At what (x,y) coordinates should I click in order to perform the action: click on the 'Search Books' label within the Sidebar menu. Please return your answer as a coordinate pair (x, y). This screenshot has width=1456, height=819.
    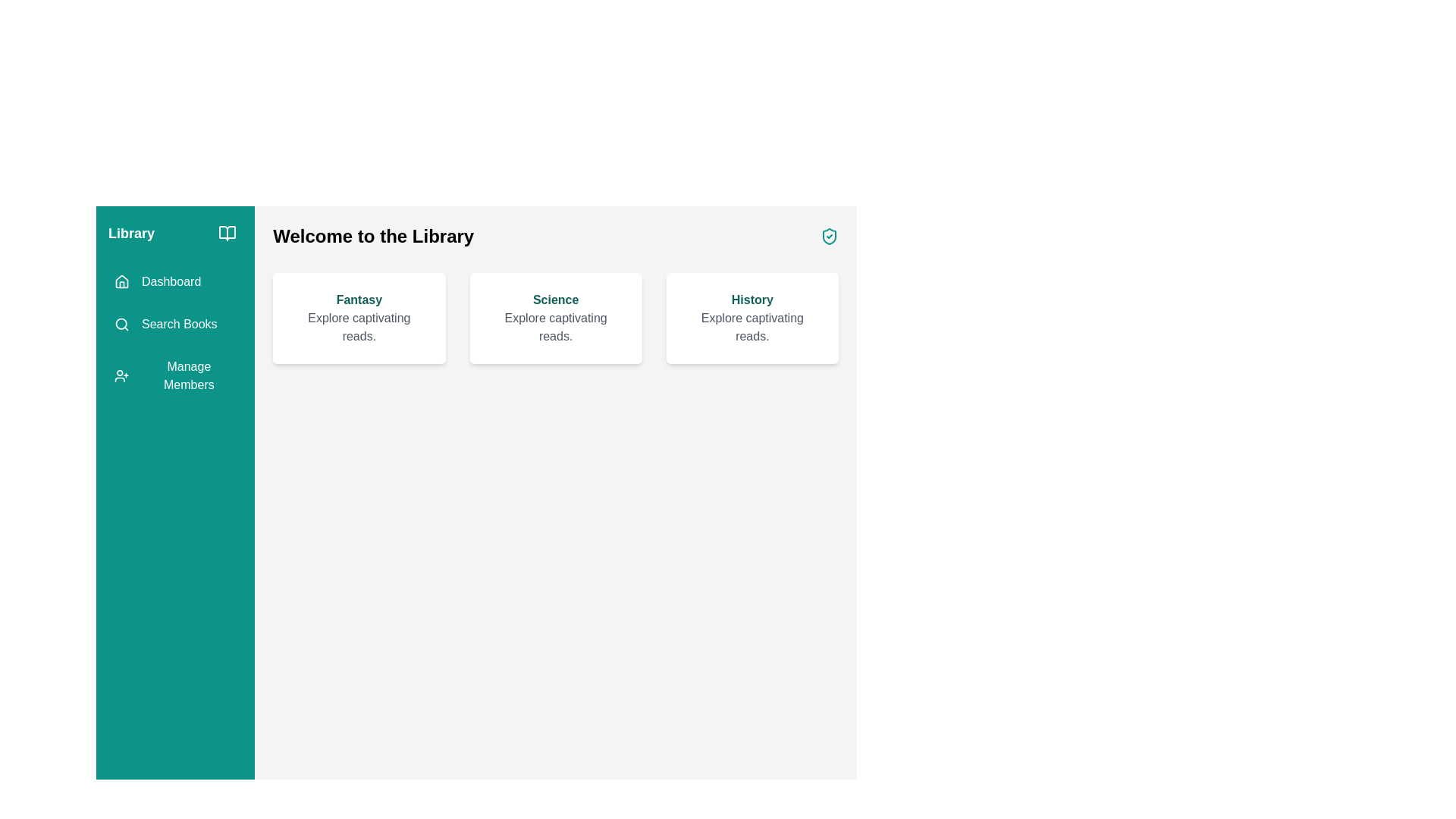
    Looking at the image, I should click on (175, 332).